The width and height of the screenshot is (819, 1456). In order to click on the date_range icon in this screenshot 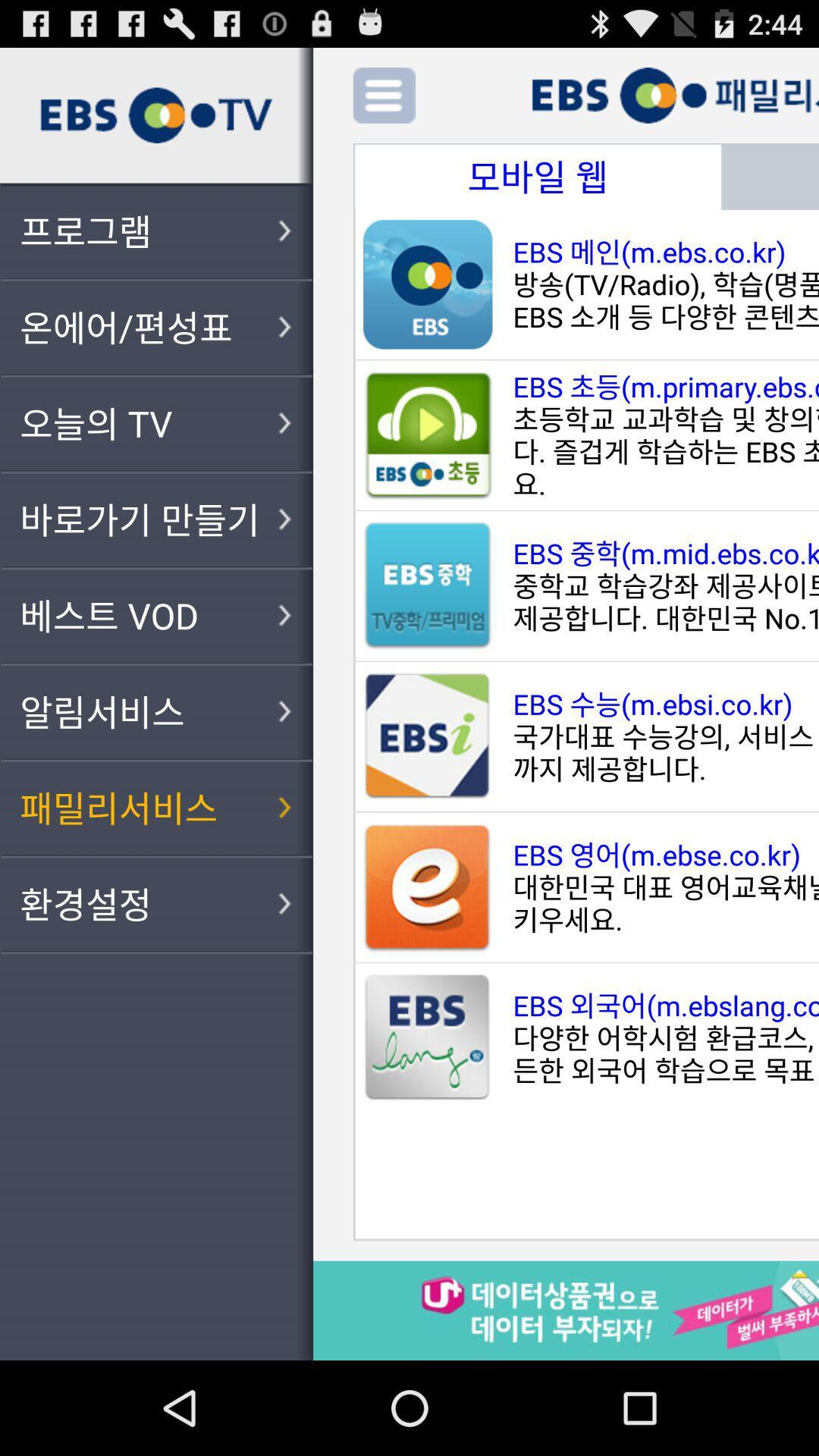, I will do `click(537, 188)`.